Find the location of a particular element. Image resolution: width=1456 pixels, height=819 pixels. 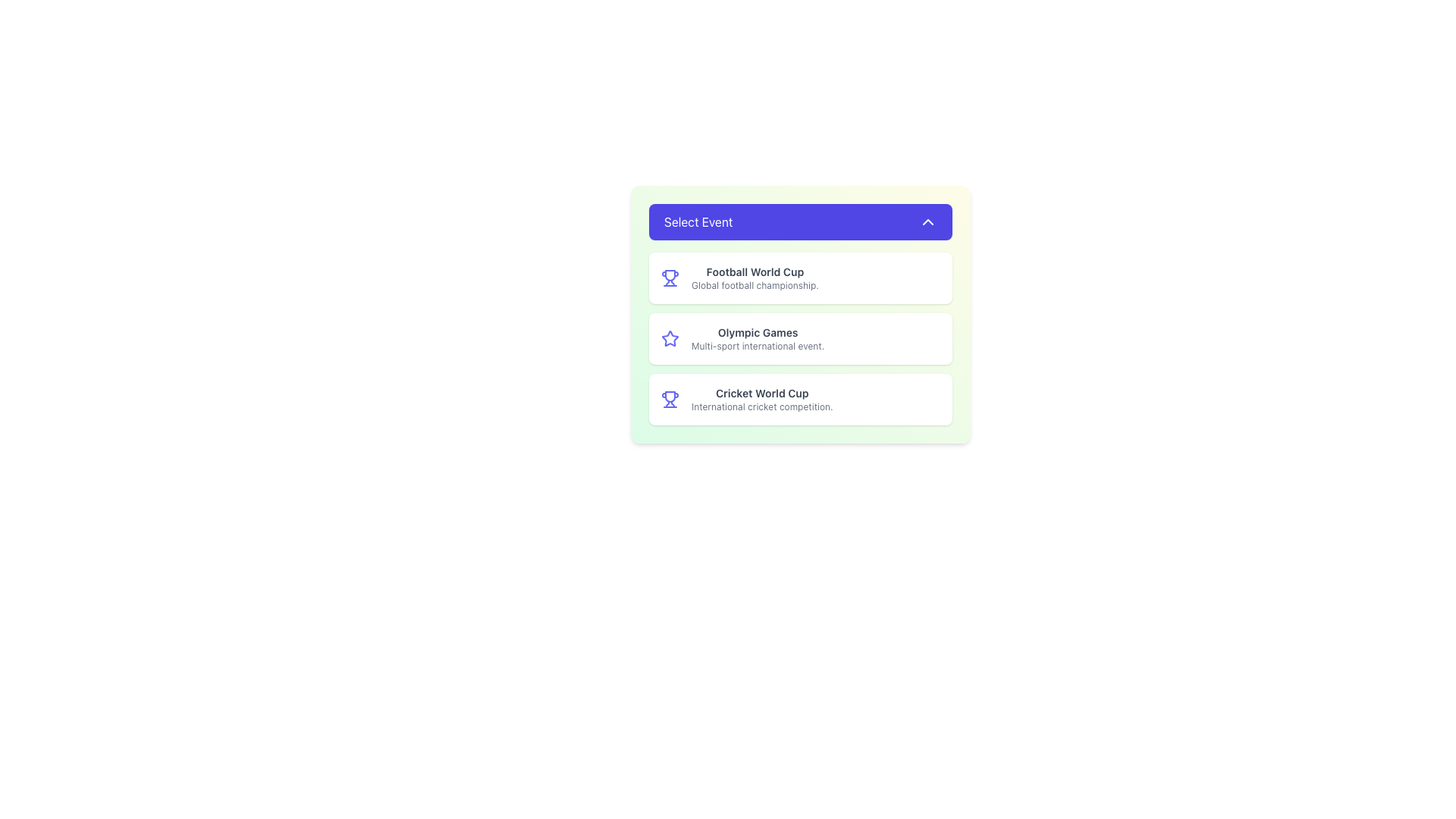

the text block that displays 'Football World Cup' within the list under the 'Select Event' dropdown, which is part of a card styled with a trophy icon is located at coordinates (755, 278).